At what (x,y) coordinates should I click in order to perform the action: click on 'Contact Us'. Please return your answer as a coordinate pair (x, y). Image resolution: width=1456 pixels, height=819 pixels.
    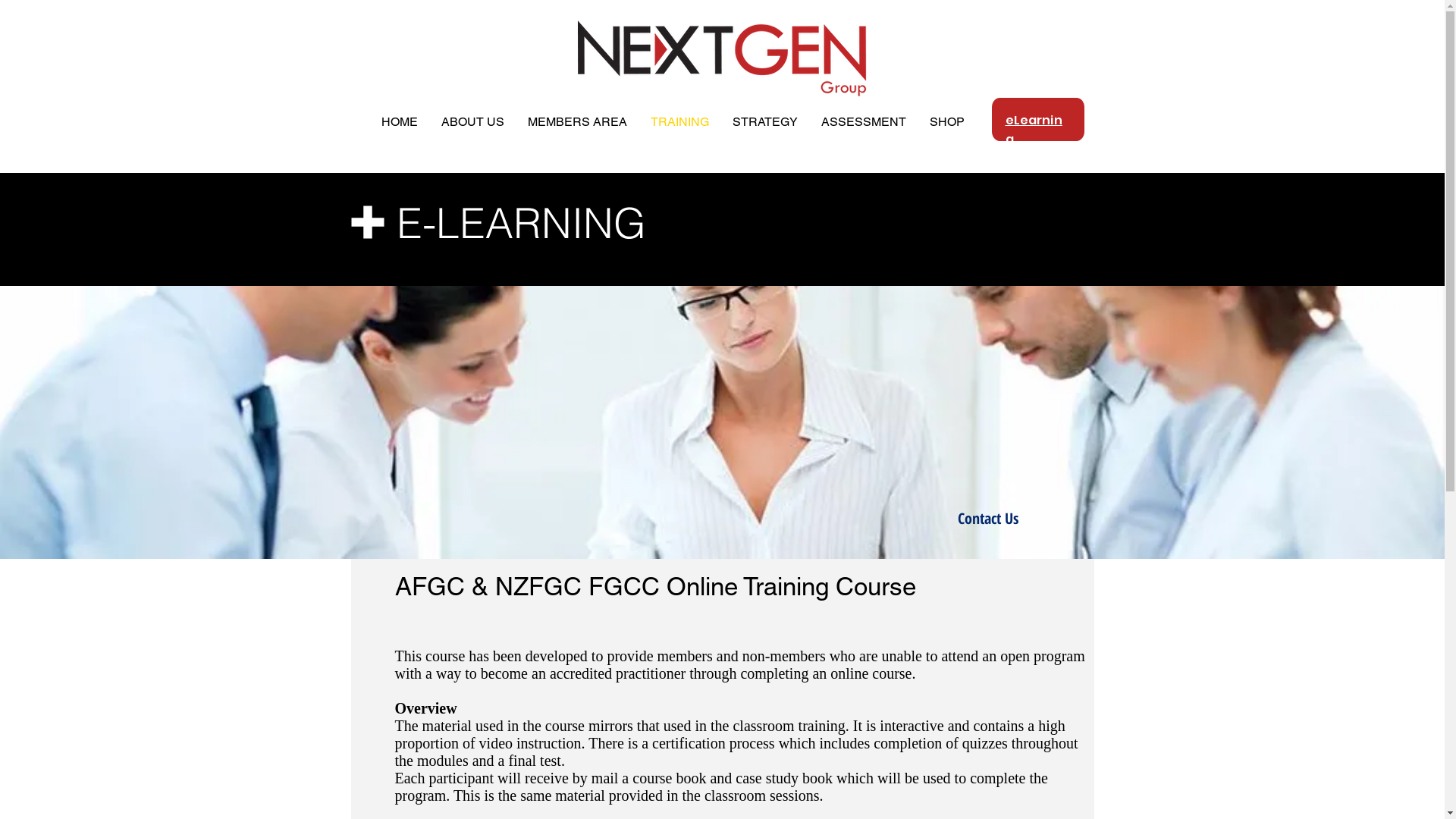
    Looking at the image, I should click on (987, 517).